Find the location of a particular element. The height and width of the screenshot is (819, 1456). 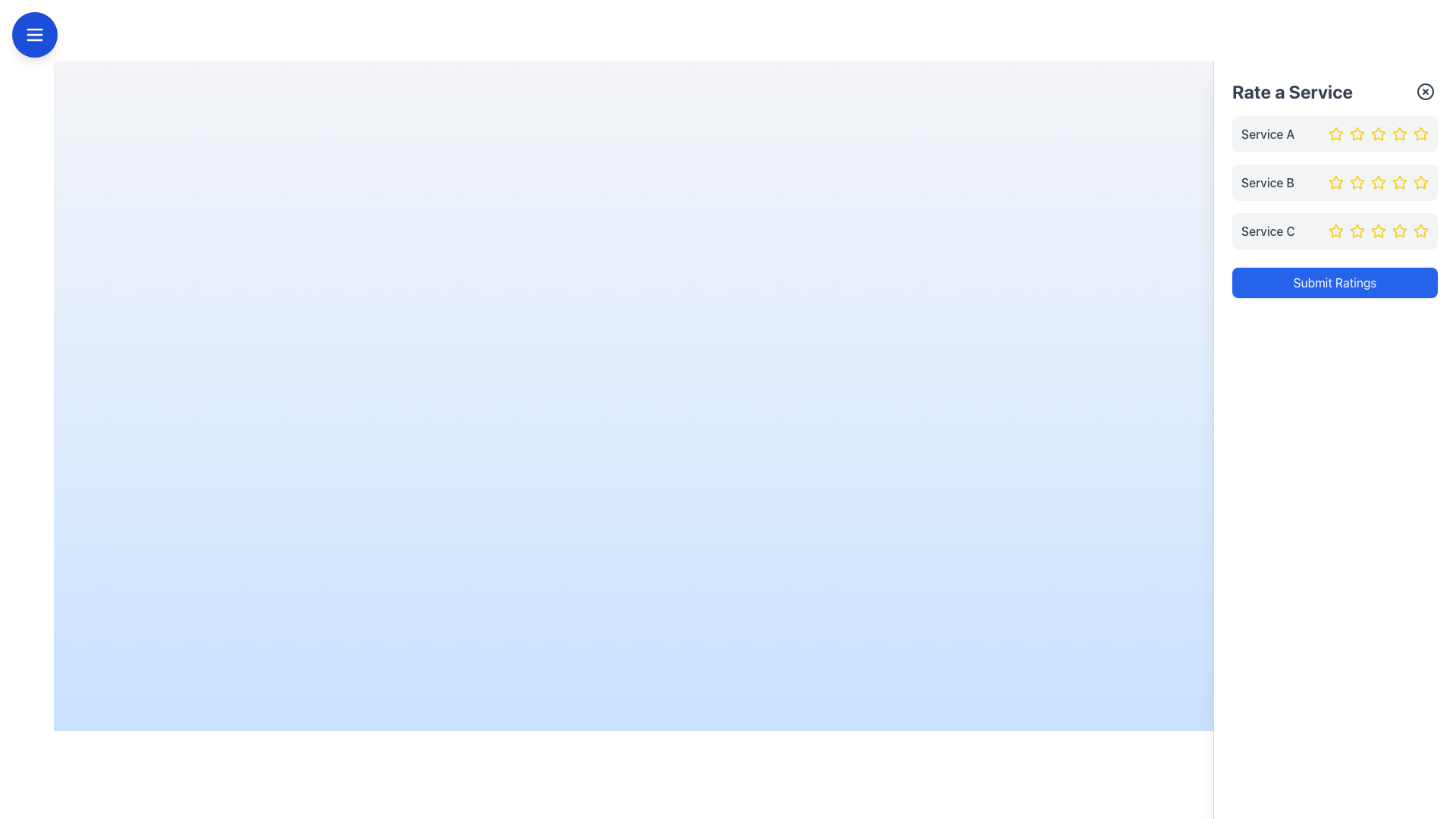

the fifth star icon in the rating system for 'Service A' located in the 'Rate a Service' section is located at coordinates (1399, 133).